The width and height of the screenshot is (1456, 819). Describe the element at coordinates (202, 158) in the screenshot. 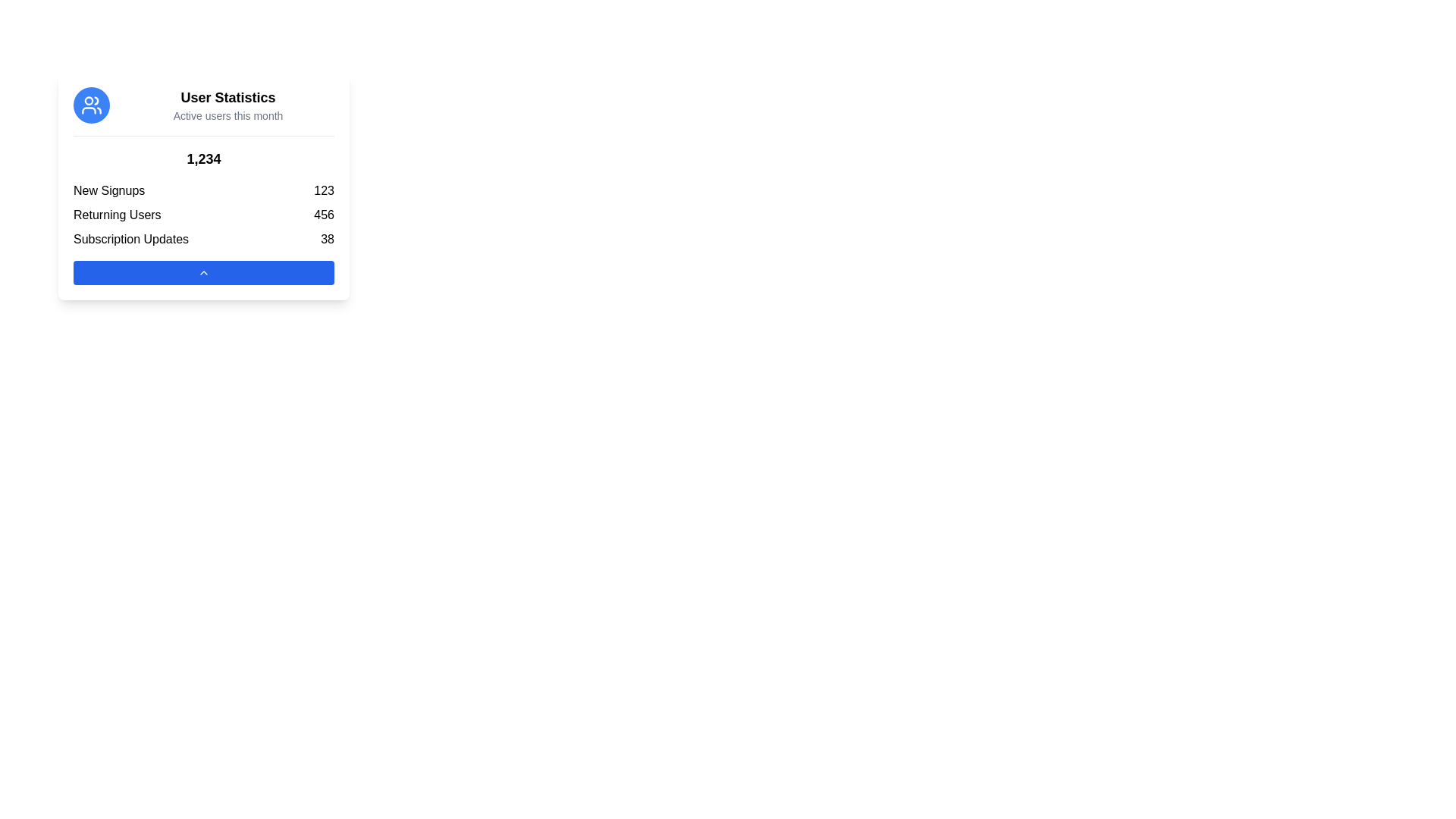

I see `the text label displaying the number of active users for the current month, located centrally within the statistics card below the section header 'Active users this month.'` at that location.